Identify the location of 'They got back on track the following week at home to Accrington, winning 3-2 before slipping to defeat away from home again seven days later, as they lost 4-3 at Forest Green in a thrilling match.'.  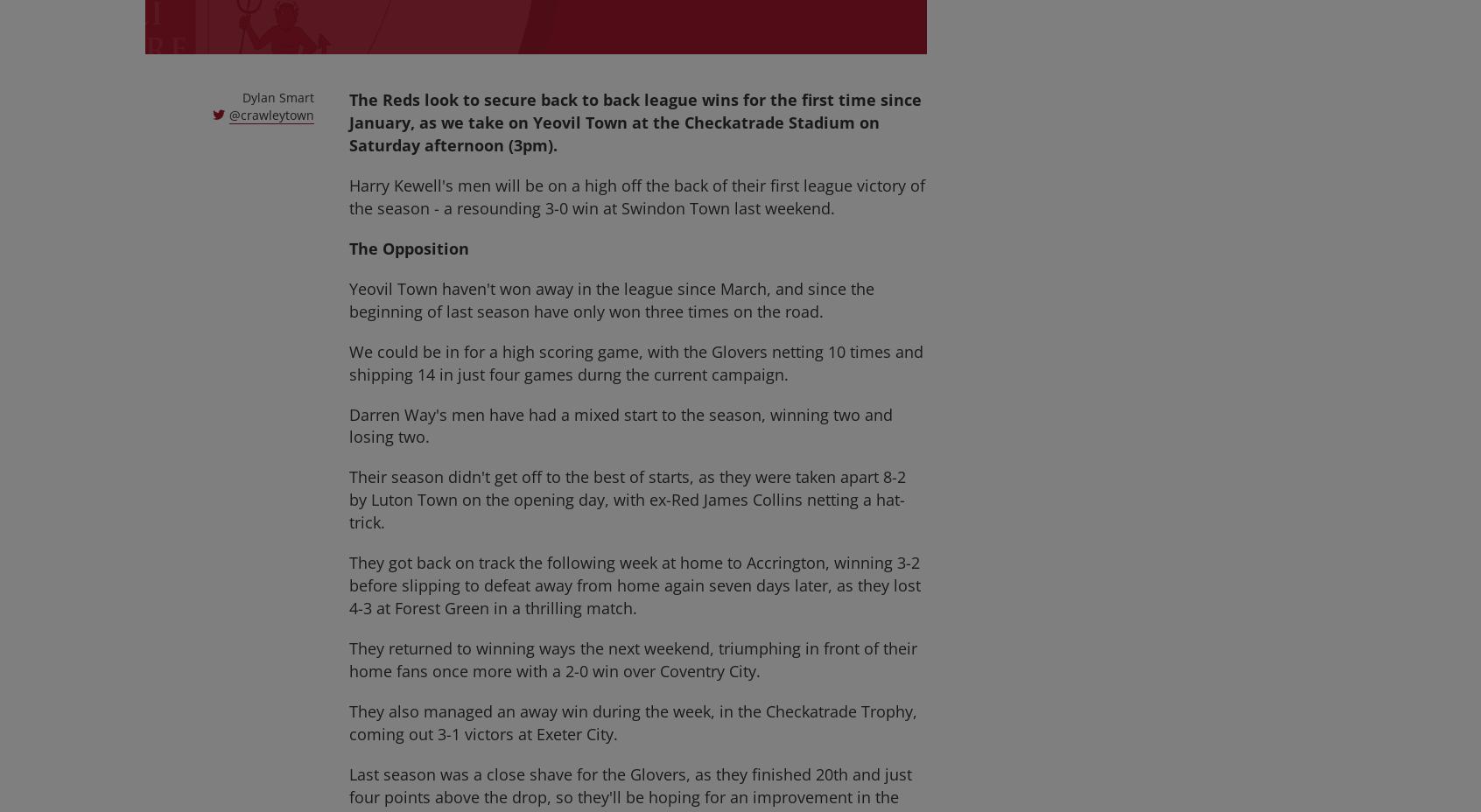
(634, 584).